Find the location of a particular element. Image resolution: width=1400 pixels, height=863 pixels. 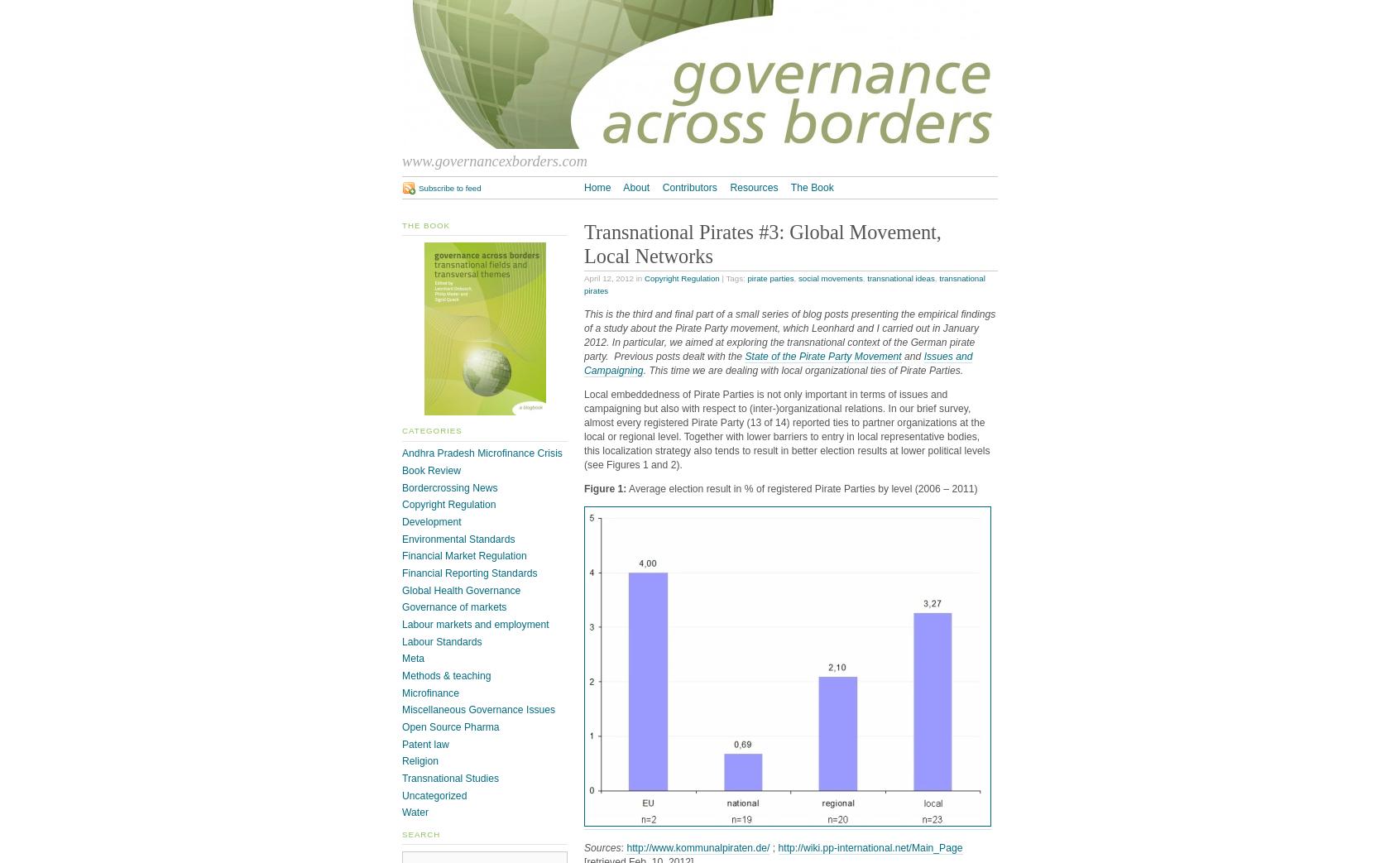

'Transnational Pirates #3: Global Movement, Local Networks' is located at coordinates (762, 243).